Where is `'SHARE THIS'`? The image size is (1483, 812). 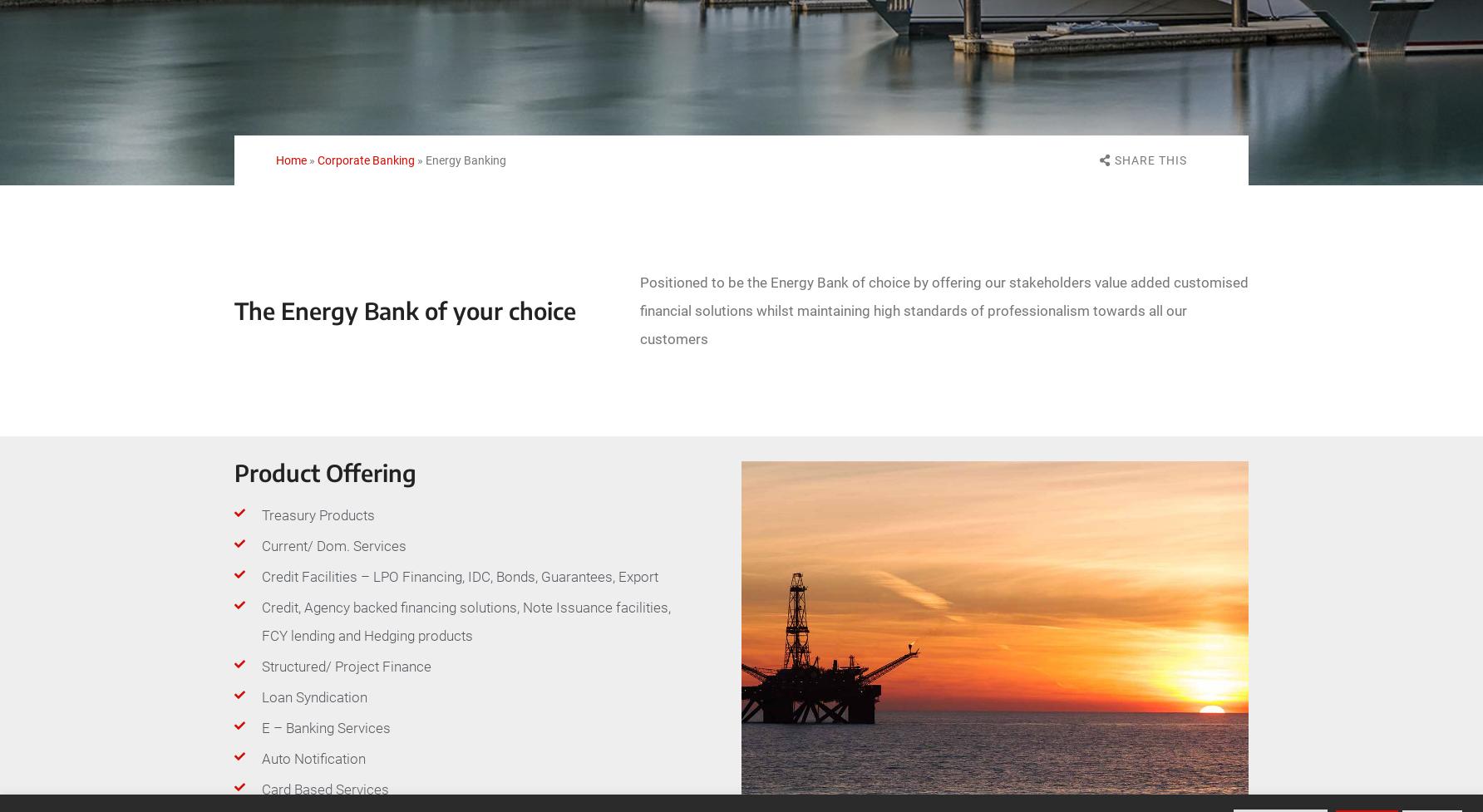 'SHARE THIS' is located at coordinates (1150, 159).